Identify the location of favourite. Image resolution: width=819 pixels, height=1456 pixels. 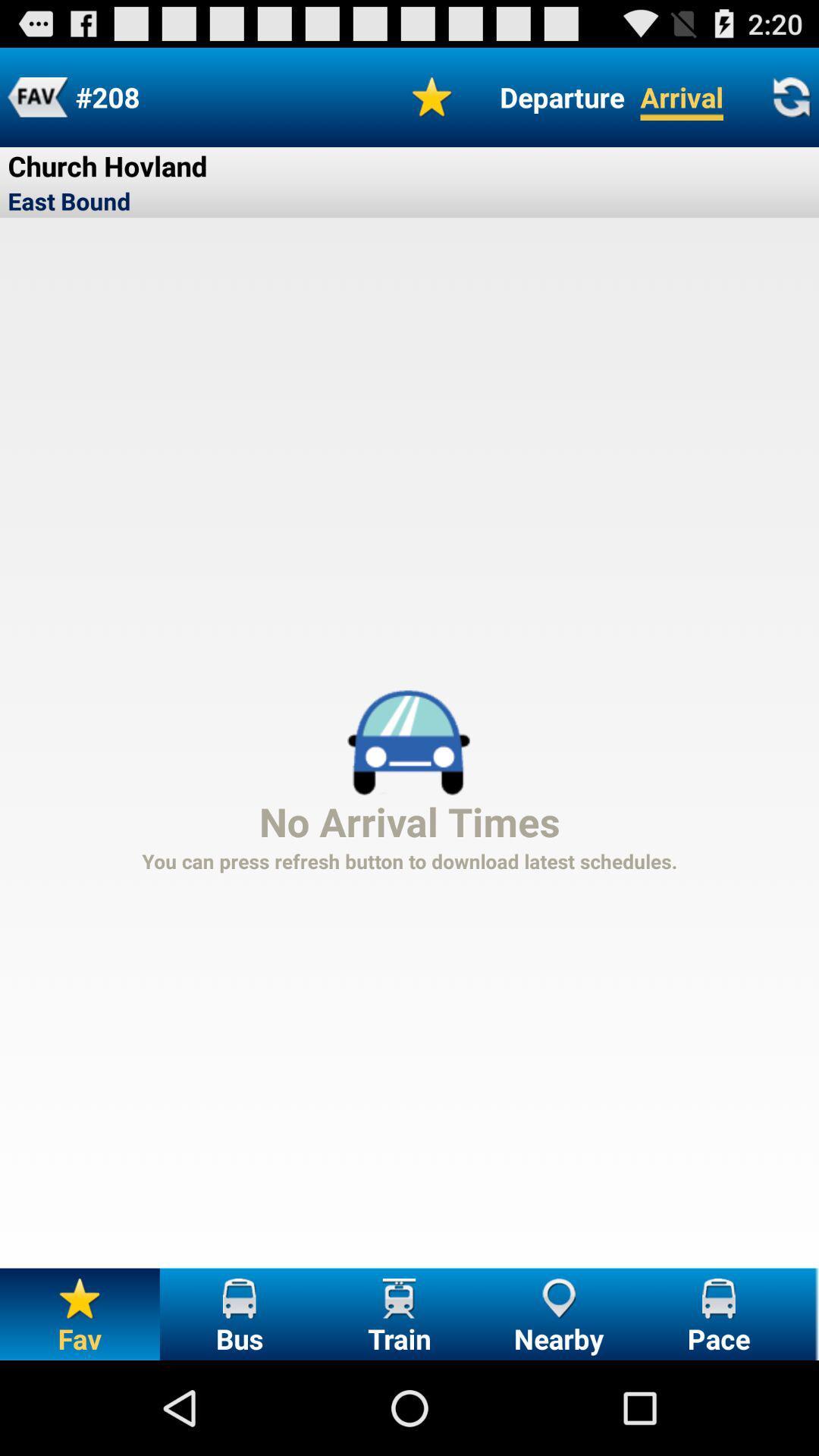
(432, 96).